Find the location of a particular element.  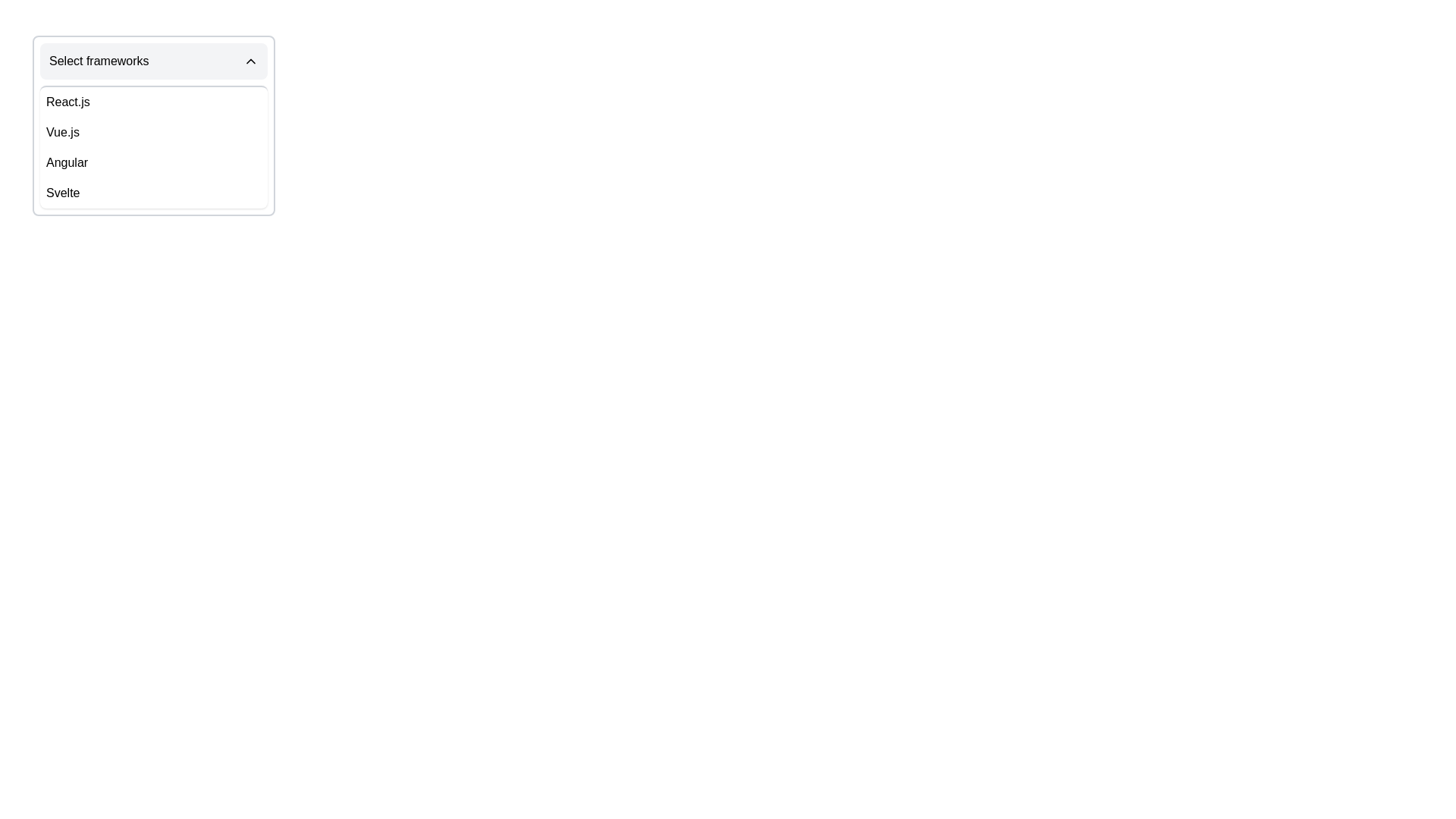

to select the second list item labeled 'Vue.js' in the dropdown menu is located at coordinates (153, 131).